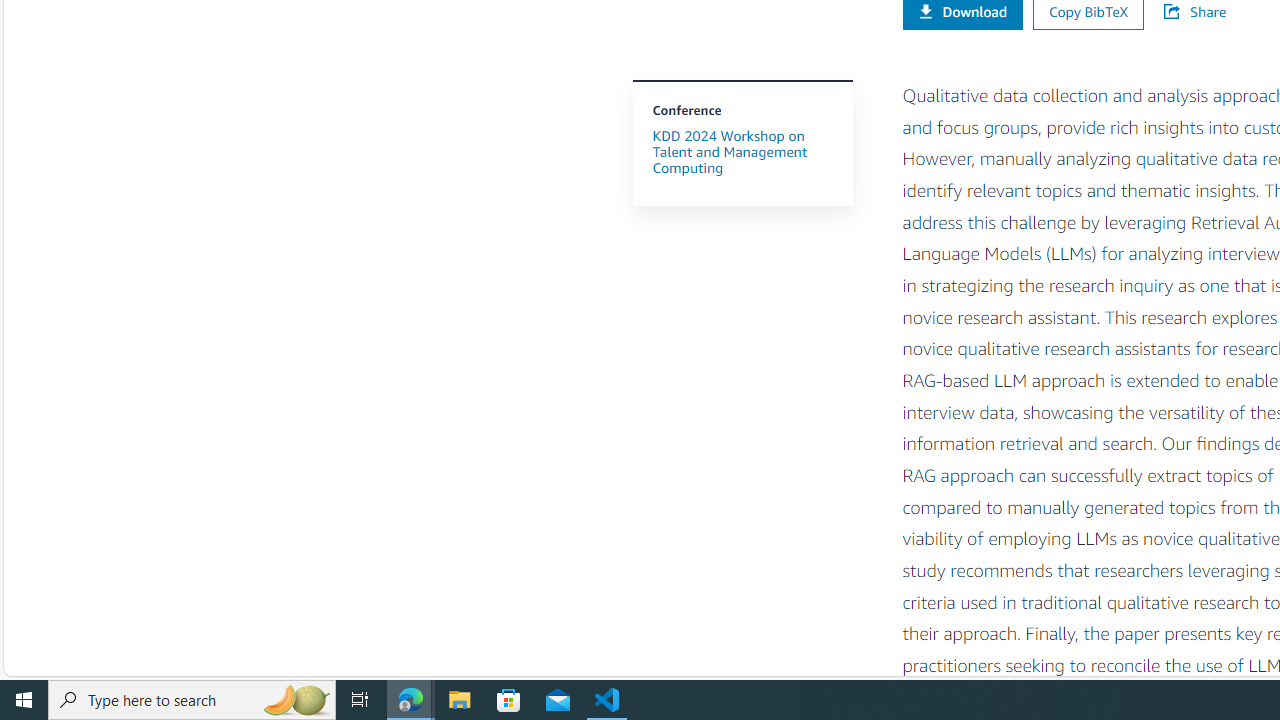 The image size is (1280, 720). What do you see at coordinates (728, 150) in the screenshot?
I see `'KDD 2024 Workshop on Talent and Management Computing'` at bounding box center [728, 150].